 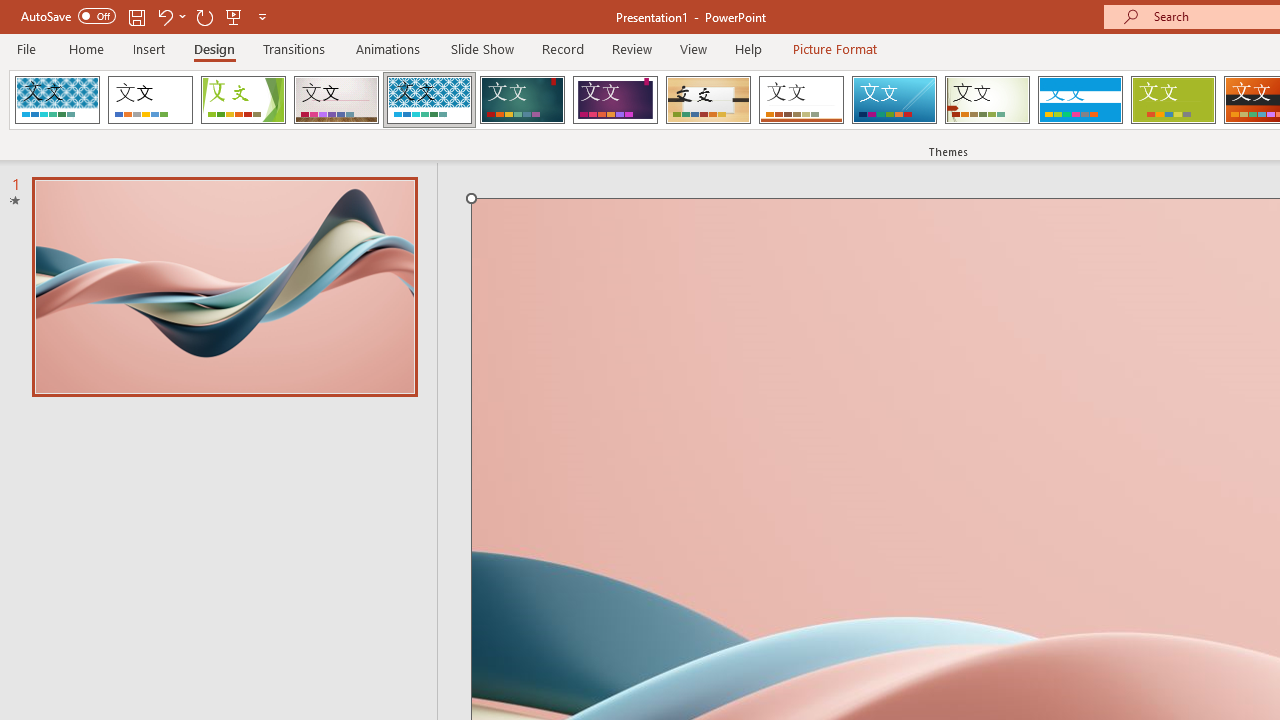 What do you see at coordinates (987, 100) in the screenshot?
I see `'Wisp'` at bounding box center [987, 100].